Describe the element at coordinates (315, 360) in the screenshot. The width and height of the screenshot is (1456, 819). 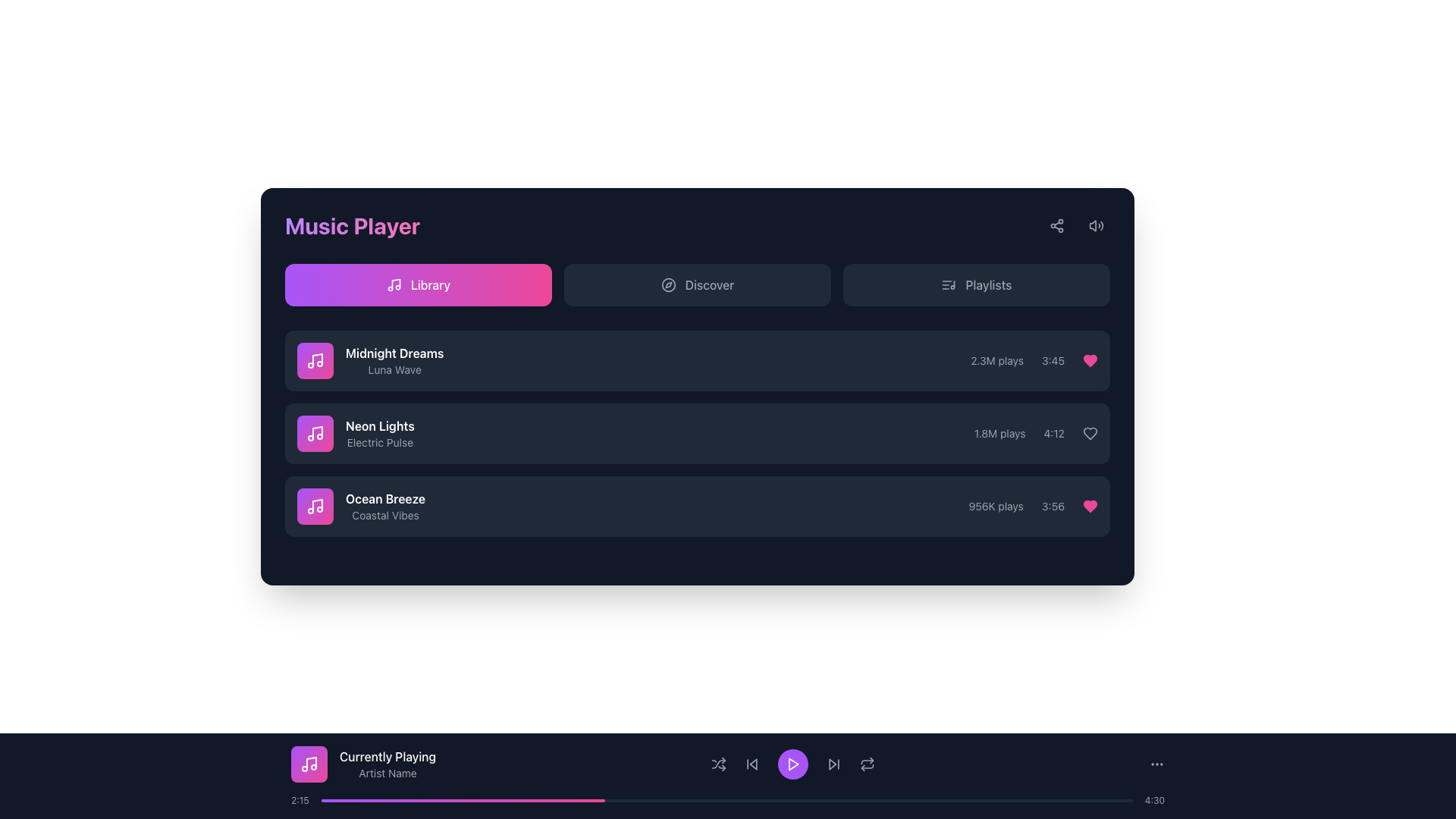
I see `the square gradient-filled icon with a music note symbol located at the leftmost part of the music player interface, aligning with the text 'Midnight Dreams' and 'Luna Wave'` at that location.